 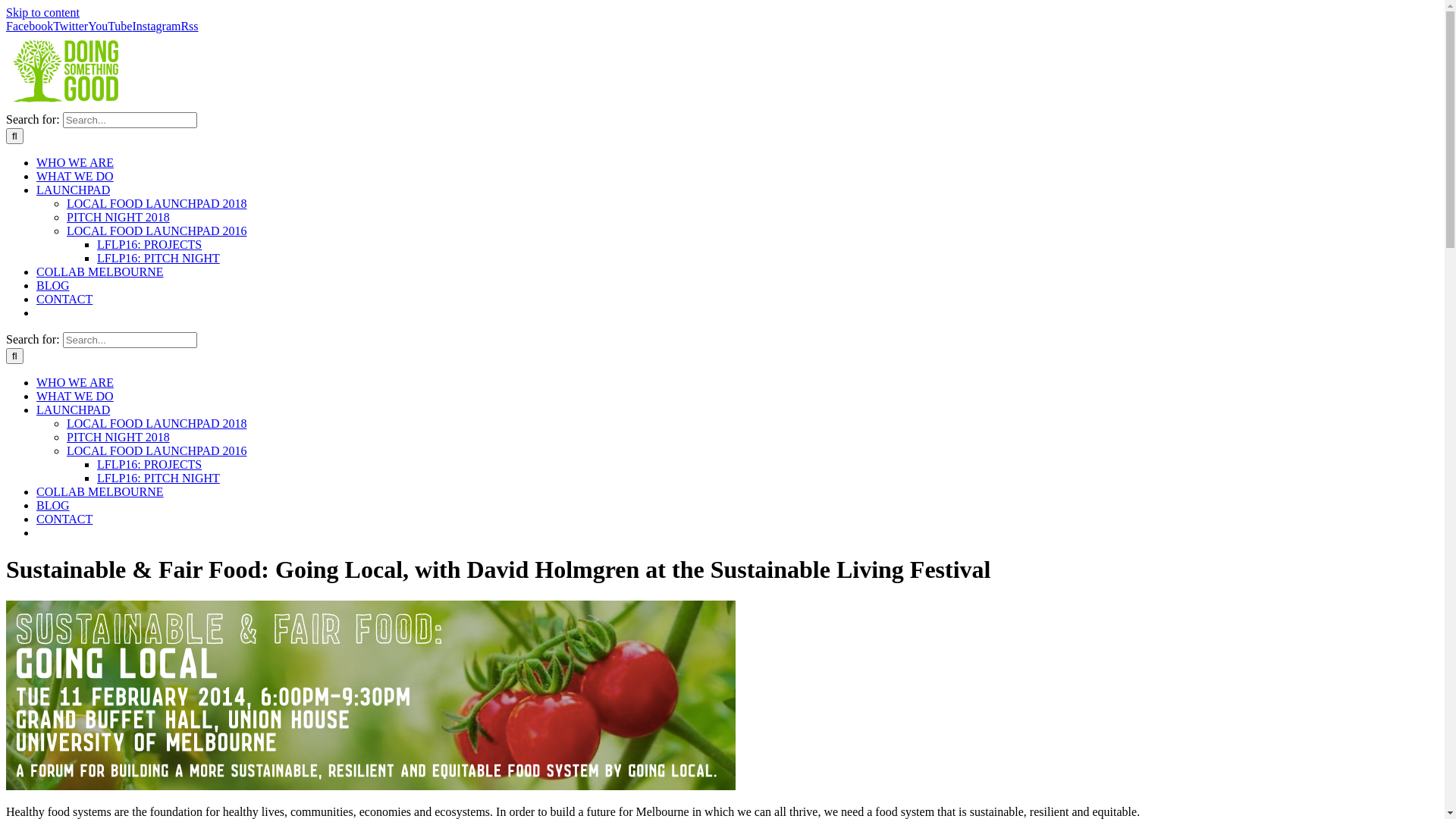 I want to click on 'Twitter', so click(x=69, y=26).